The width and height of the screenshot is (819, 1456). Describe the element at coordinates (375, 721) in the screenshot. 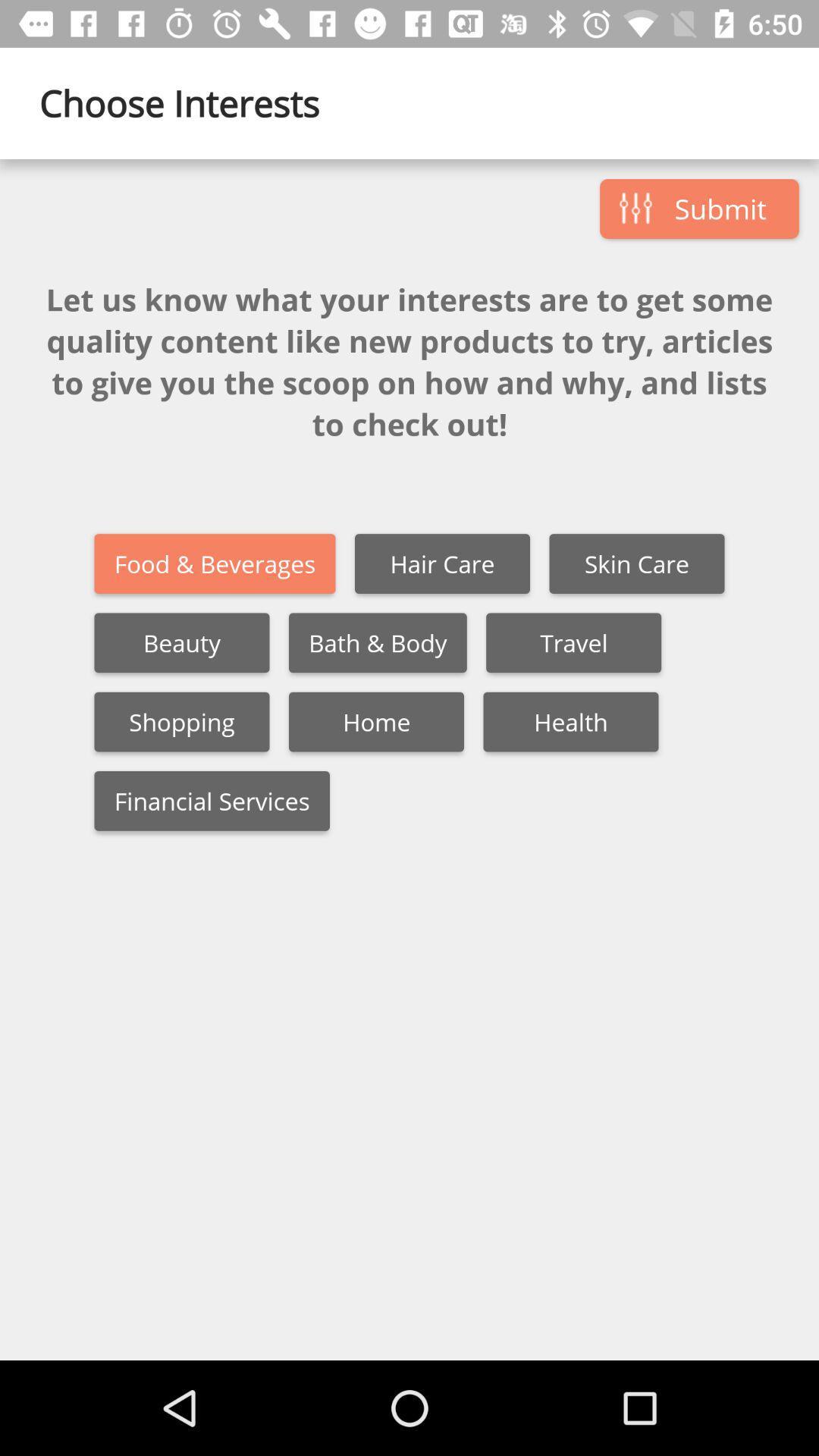

I see `the icon below bath & body icon` at that location.